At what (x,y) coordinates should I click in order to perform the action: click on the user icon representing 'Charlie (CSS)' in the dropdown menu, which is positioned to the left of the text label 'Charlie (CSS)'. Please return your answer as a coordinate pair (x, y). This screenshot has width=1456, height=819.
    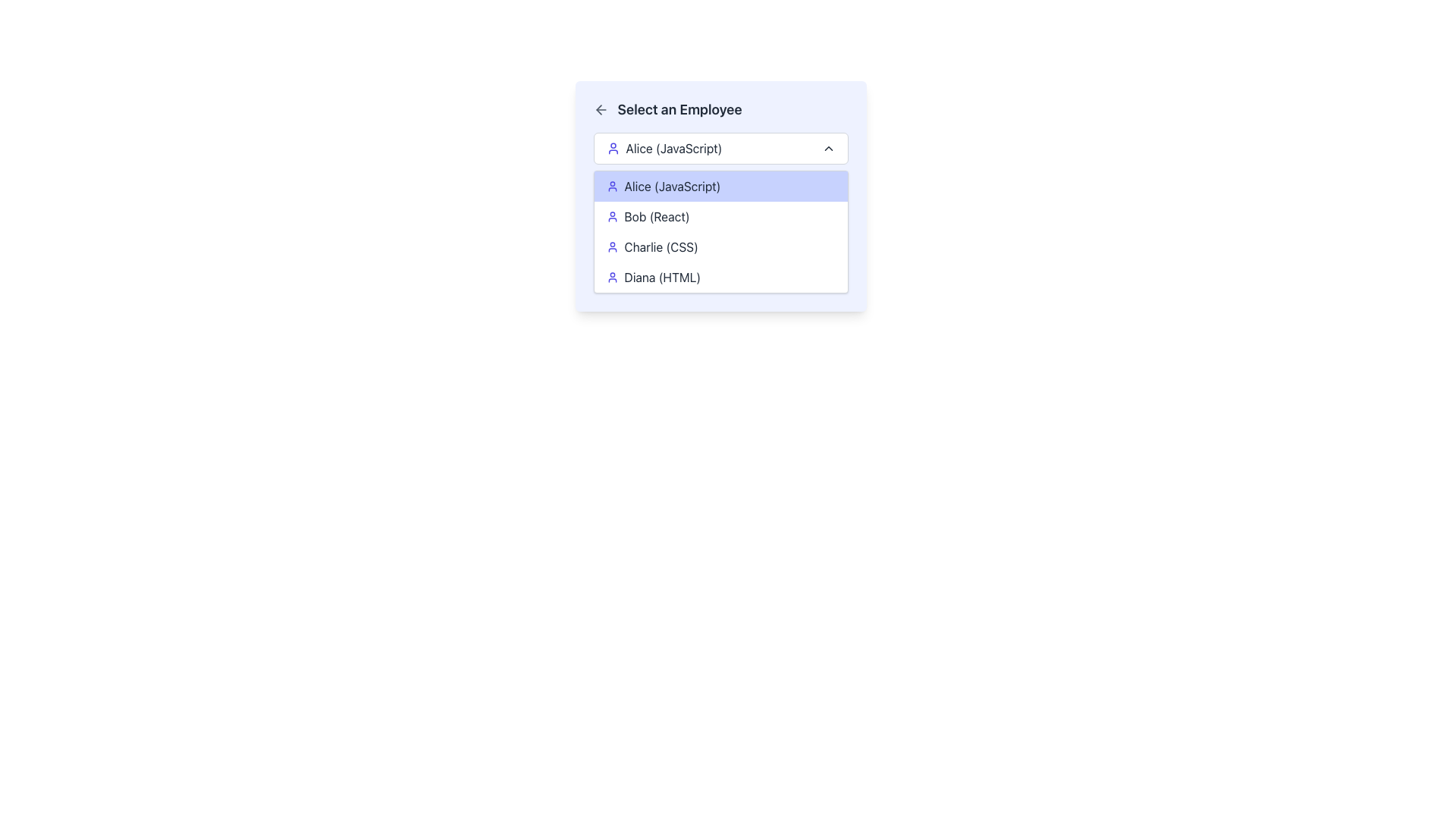
    Looking at the image, I should click on (612, 246).